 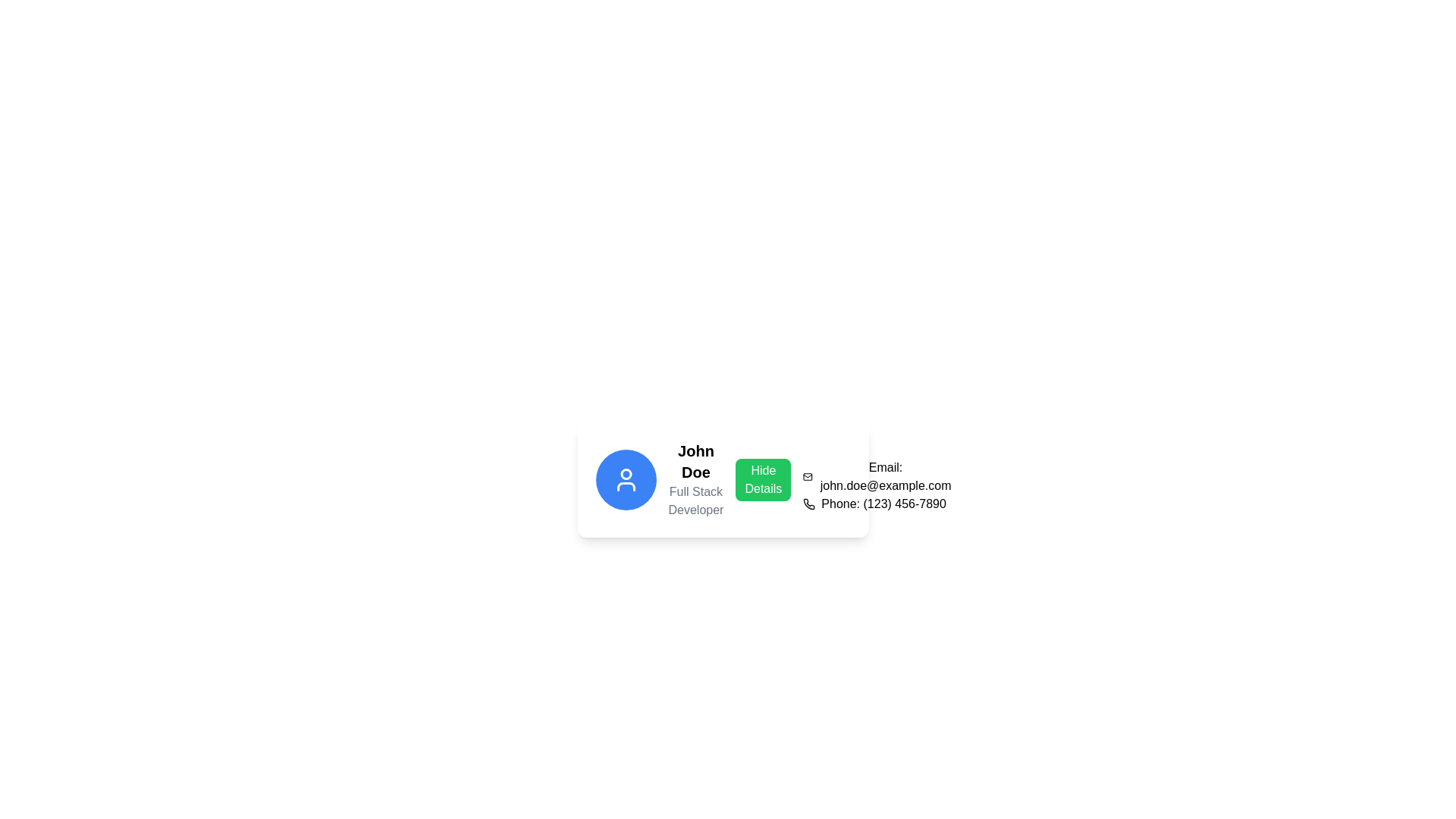 What do you see at coordinates (877, 504) in the screenshot?
I see `phone number displayed next to the phone icon, which shows 'Phone: (123) 456-7890'` at bounding box center [877, 504].